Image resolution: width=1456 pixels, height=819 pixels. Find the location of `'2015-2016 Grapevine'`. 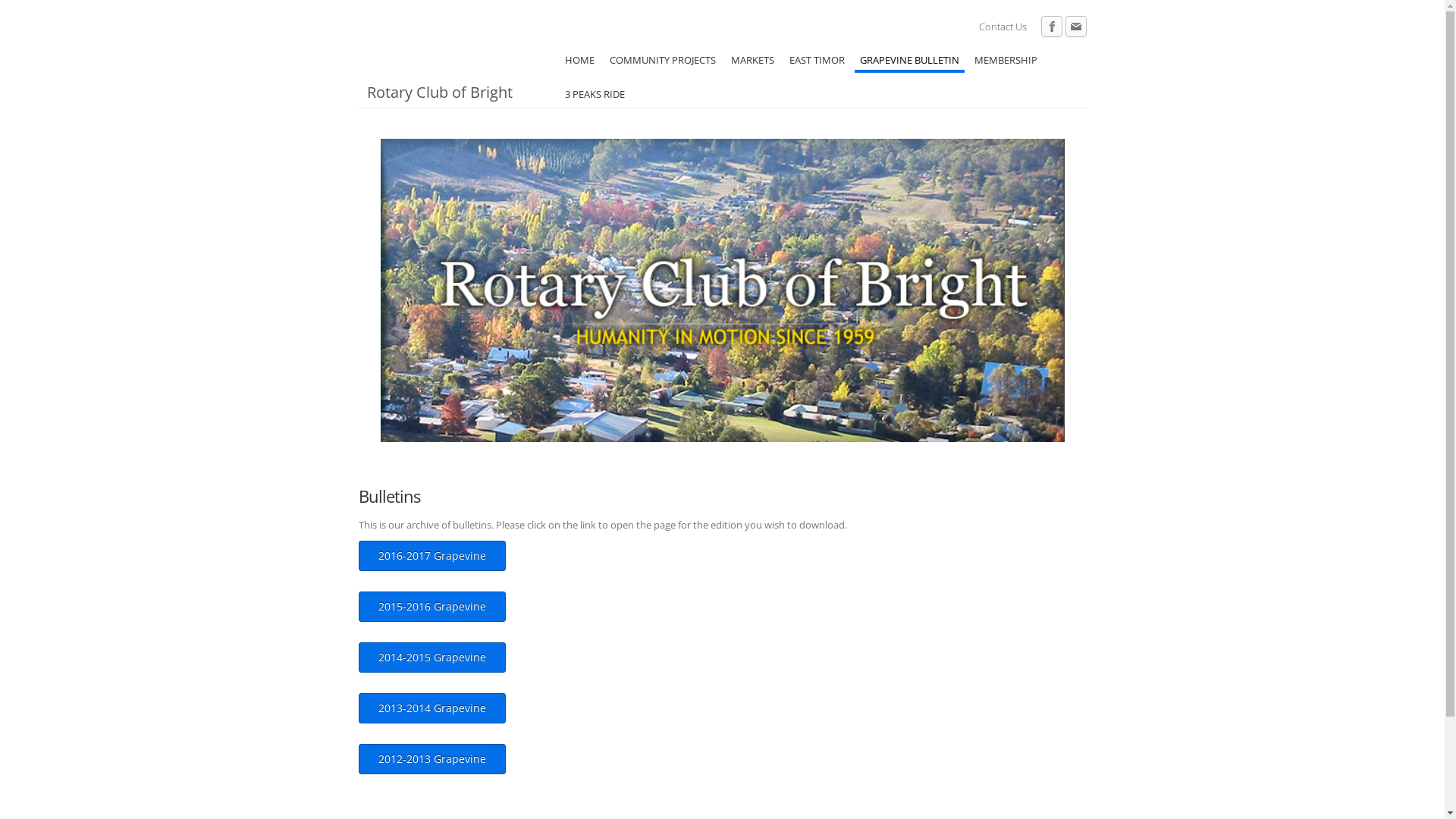

'2015-2016 Grapevine' is located at coordinates (431, 605).